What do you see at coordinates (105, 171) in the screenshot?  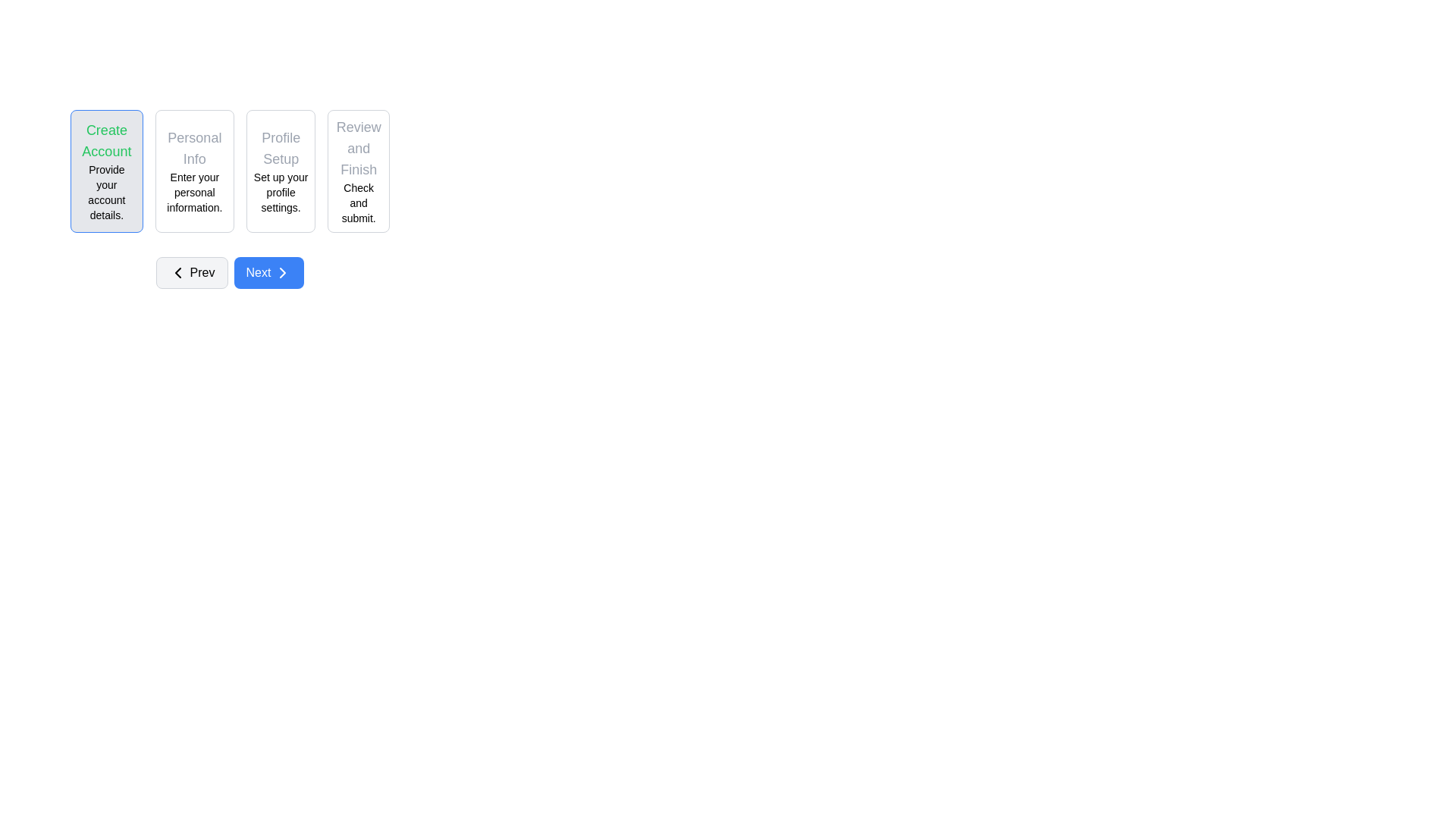 I see `the static text component labeled 'Create Account' within the step indicator module, which includes a subtext 'Provide your account details.'` at bounding box center [105, 171].